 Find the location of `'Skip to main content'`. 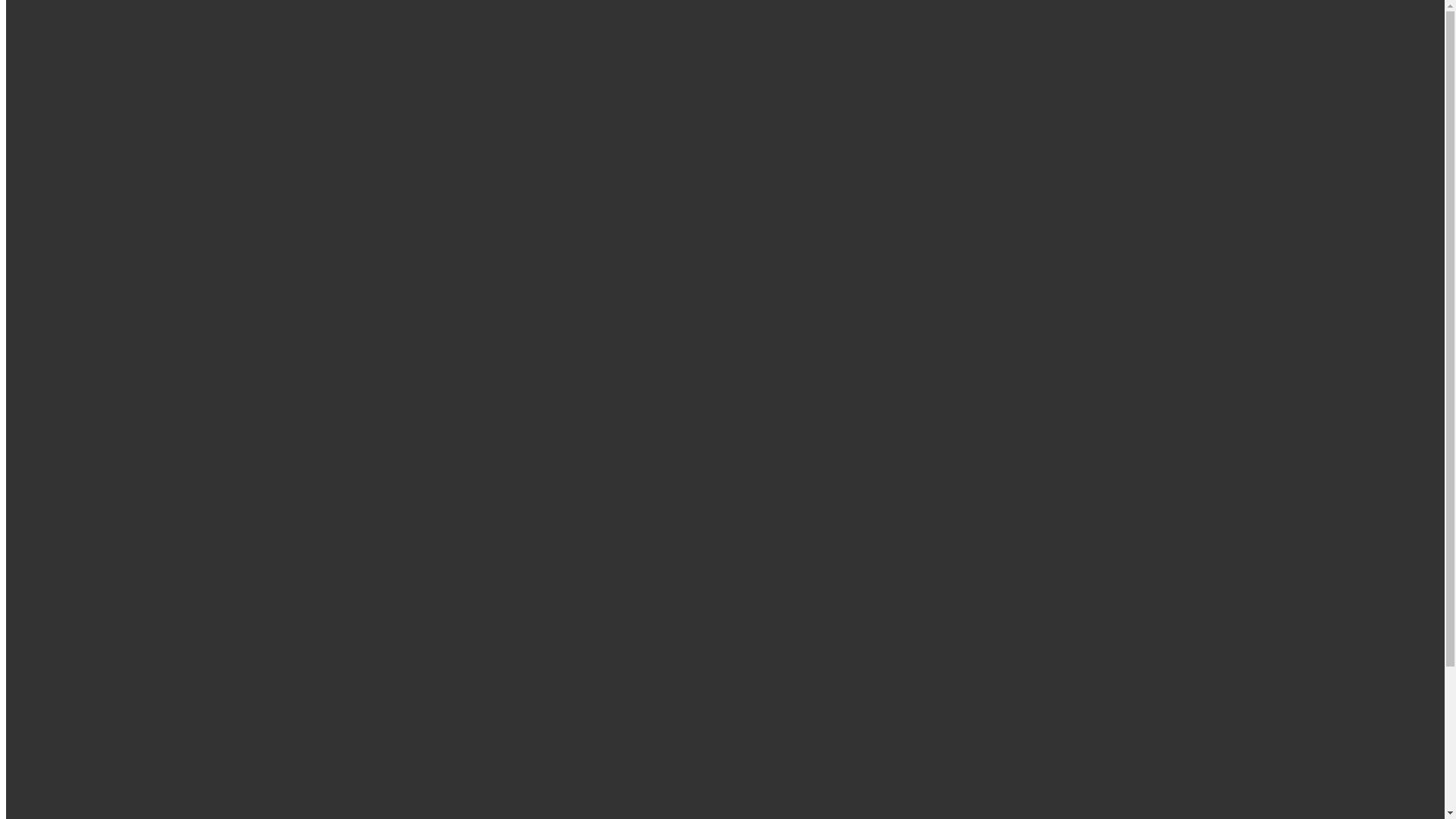

'Skip to main content' is located at coordinates (6, 16).